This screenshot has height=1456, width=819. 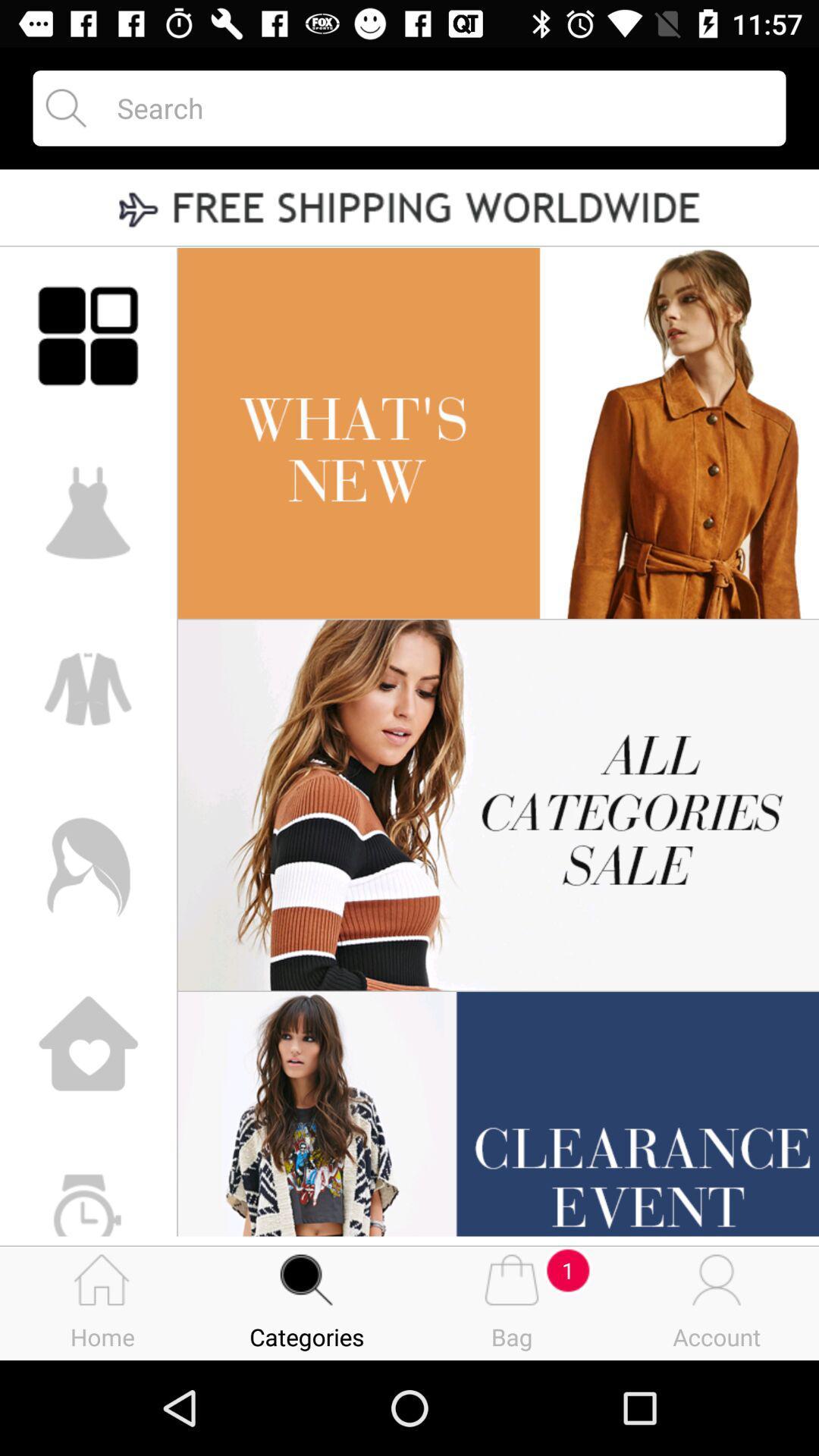 I want to click on advertisement link, so click(x=409, y=209).